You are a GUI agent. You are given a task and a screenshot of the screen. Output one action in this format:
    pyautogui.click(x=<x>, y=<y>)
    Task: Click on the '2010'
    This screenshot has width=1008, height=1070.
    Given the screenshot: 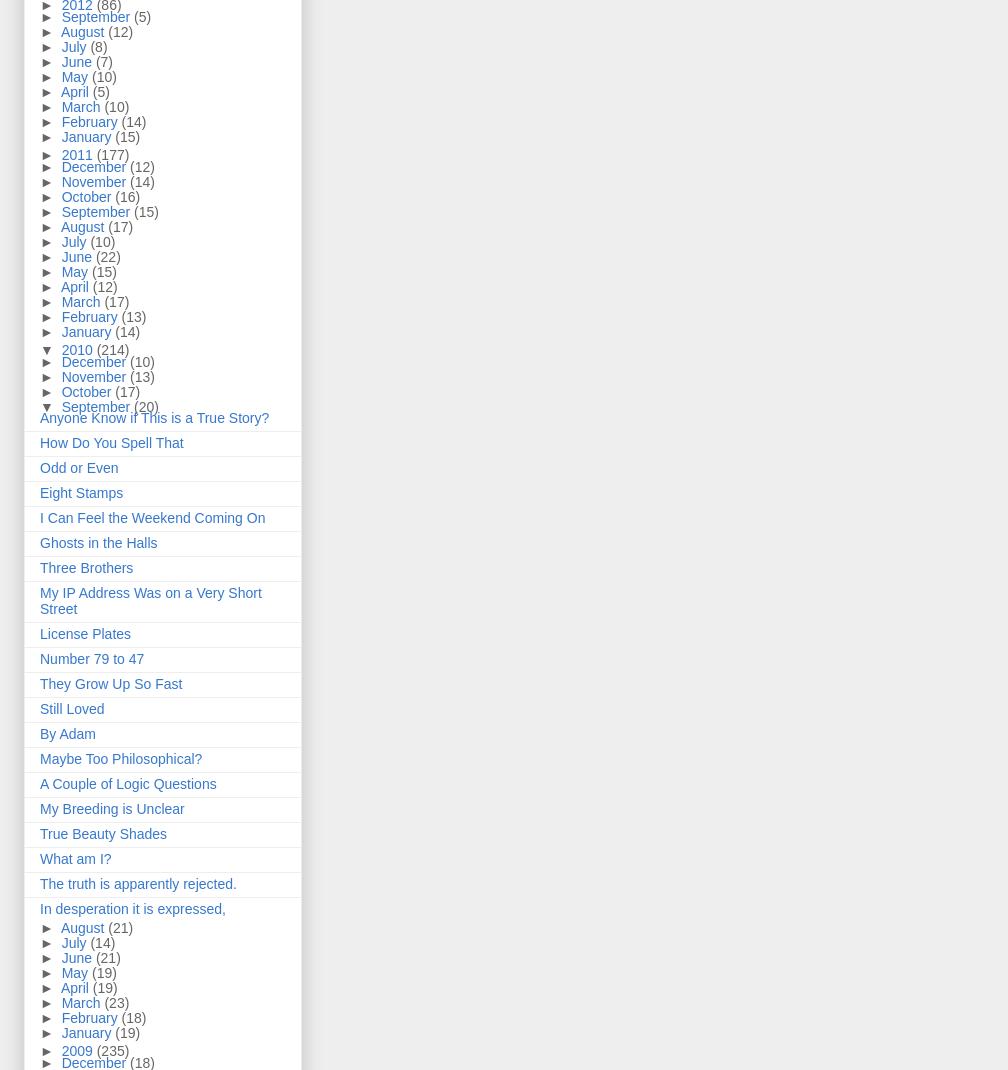 What is the action you would take?
    pyautogui.click(x=78, y=349)
    